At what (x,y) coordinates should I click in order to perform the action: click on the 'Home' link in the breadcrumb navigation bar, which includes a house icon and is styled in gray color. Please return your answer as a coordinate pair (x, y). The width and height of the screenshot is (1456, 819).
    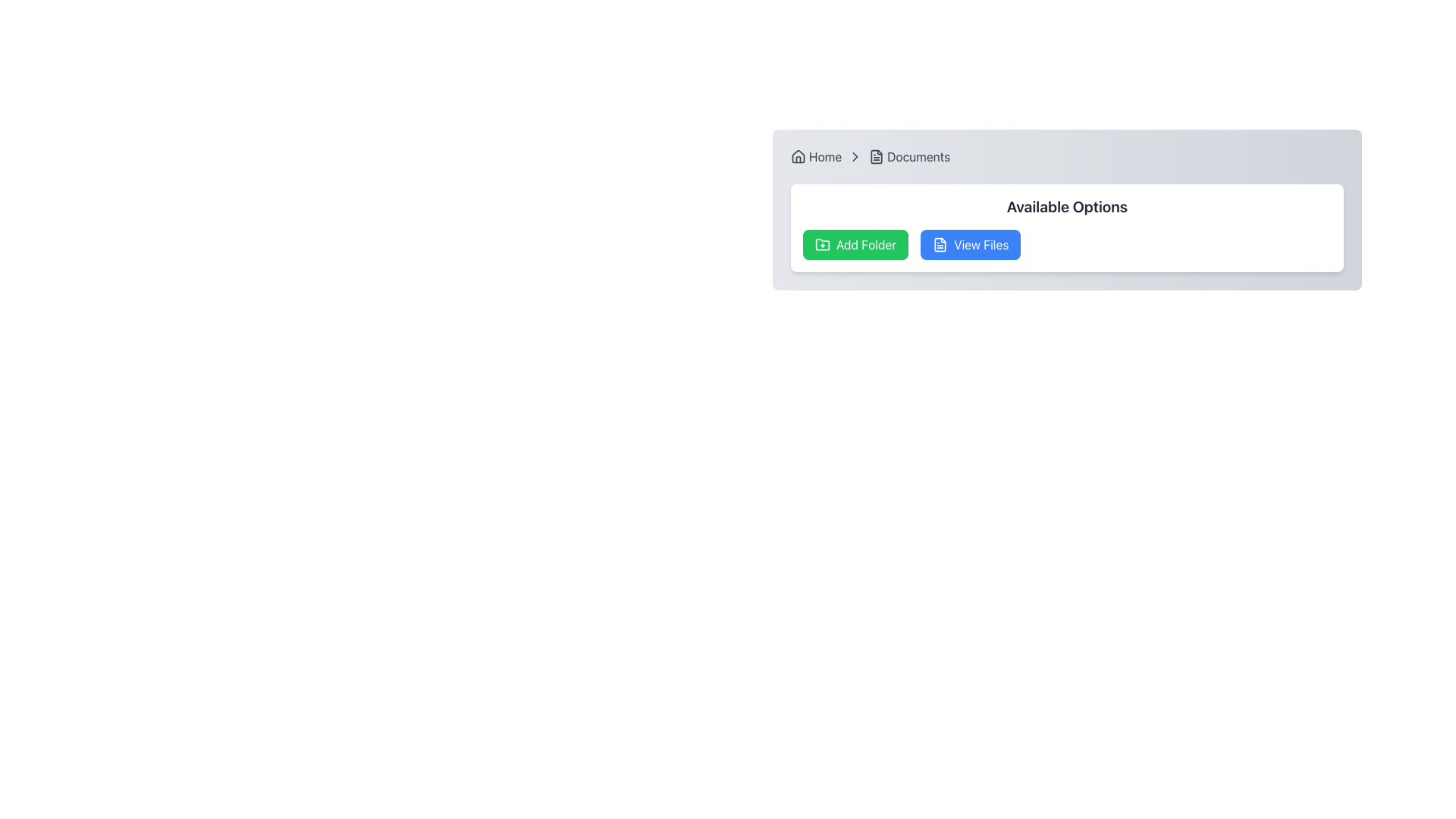
    Looking at the image, I should click on (814, 157).